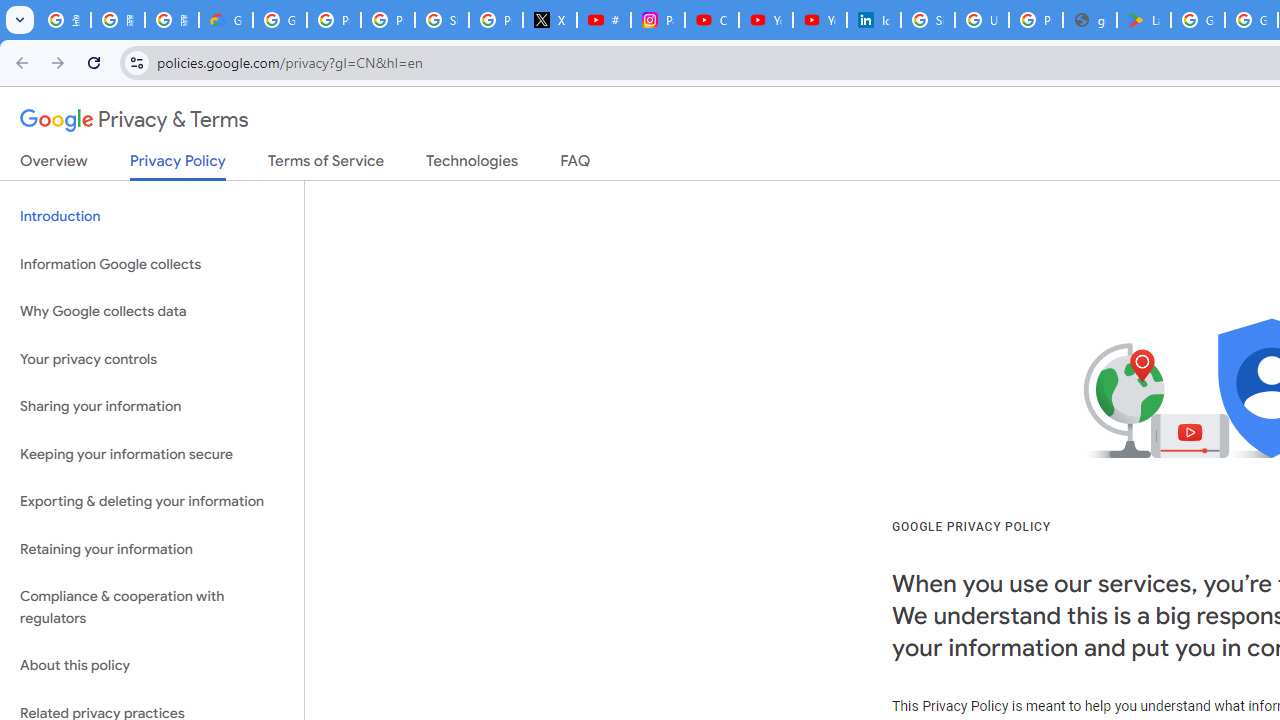 The height and width of the screenshot is (720, 1280). I want to click on 'Sharing your information', so click(151, 406).